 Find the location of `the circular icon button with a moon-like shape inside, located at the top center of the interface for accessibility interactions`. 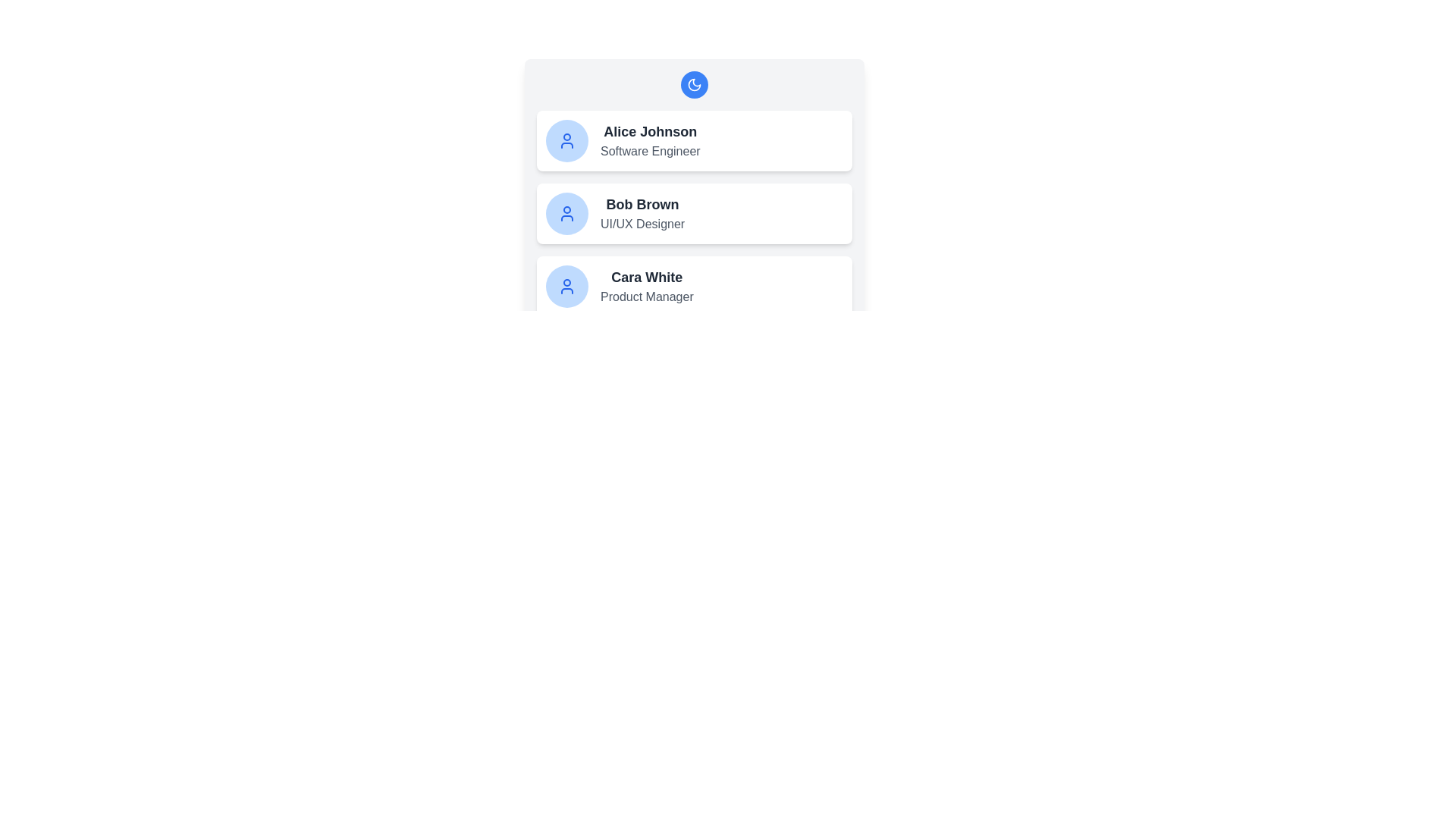

the circular icon button with a moon-like shape inside, located at the top center of the interface for accessibility interactions is located at coordinates (694, 84).